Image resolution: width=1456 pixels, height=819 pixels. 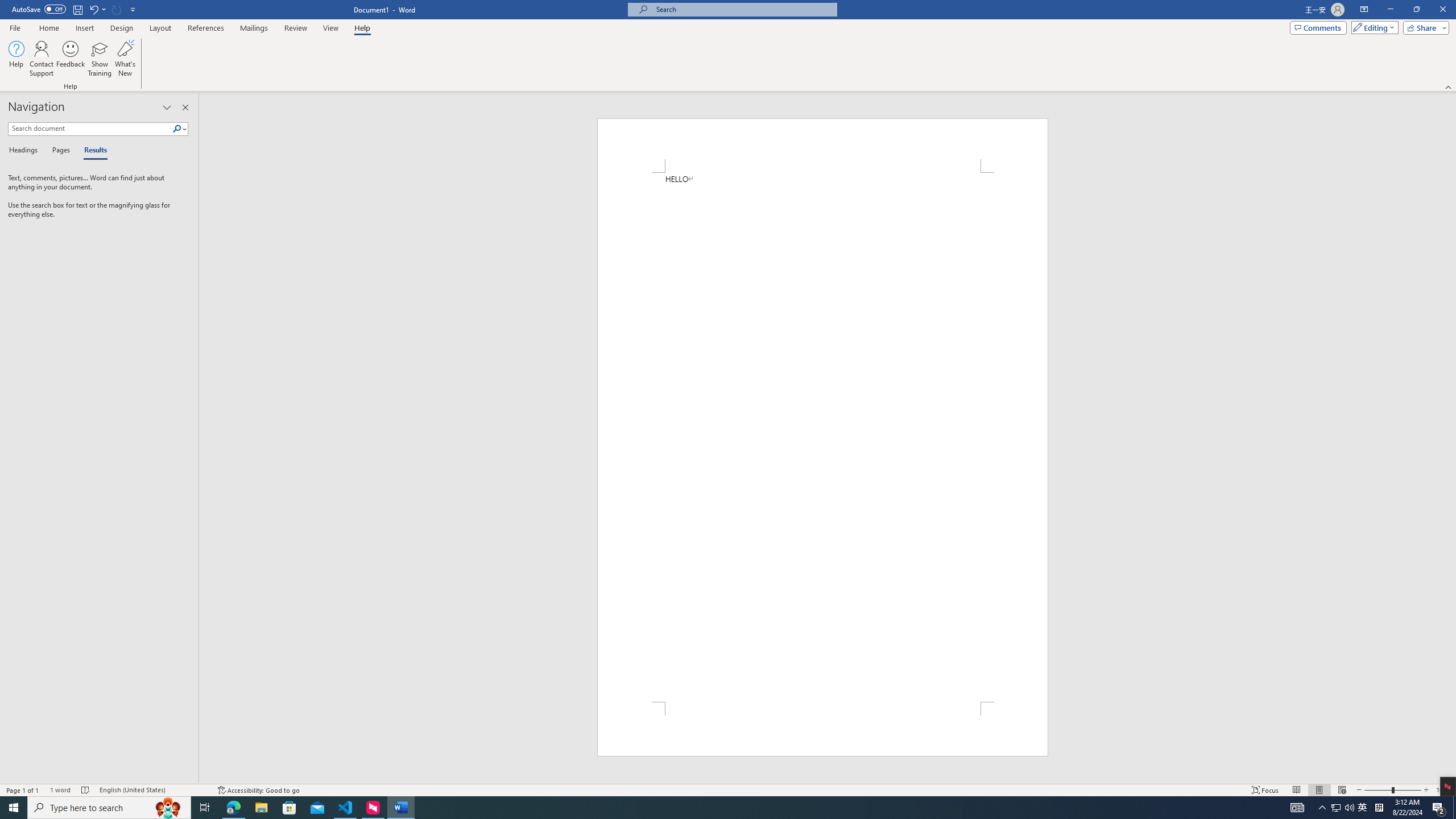 I want to click on 'Accessibility Checker Accessibility: Good to go', so click(x=258, y=790).